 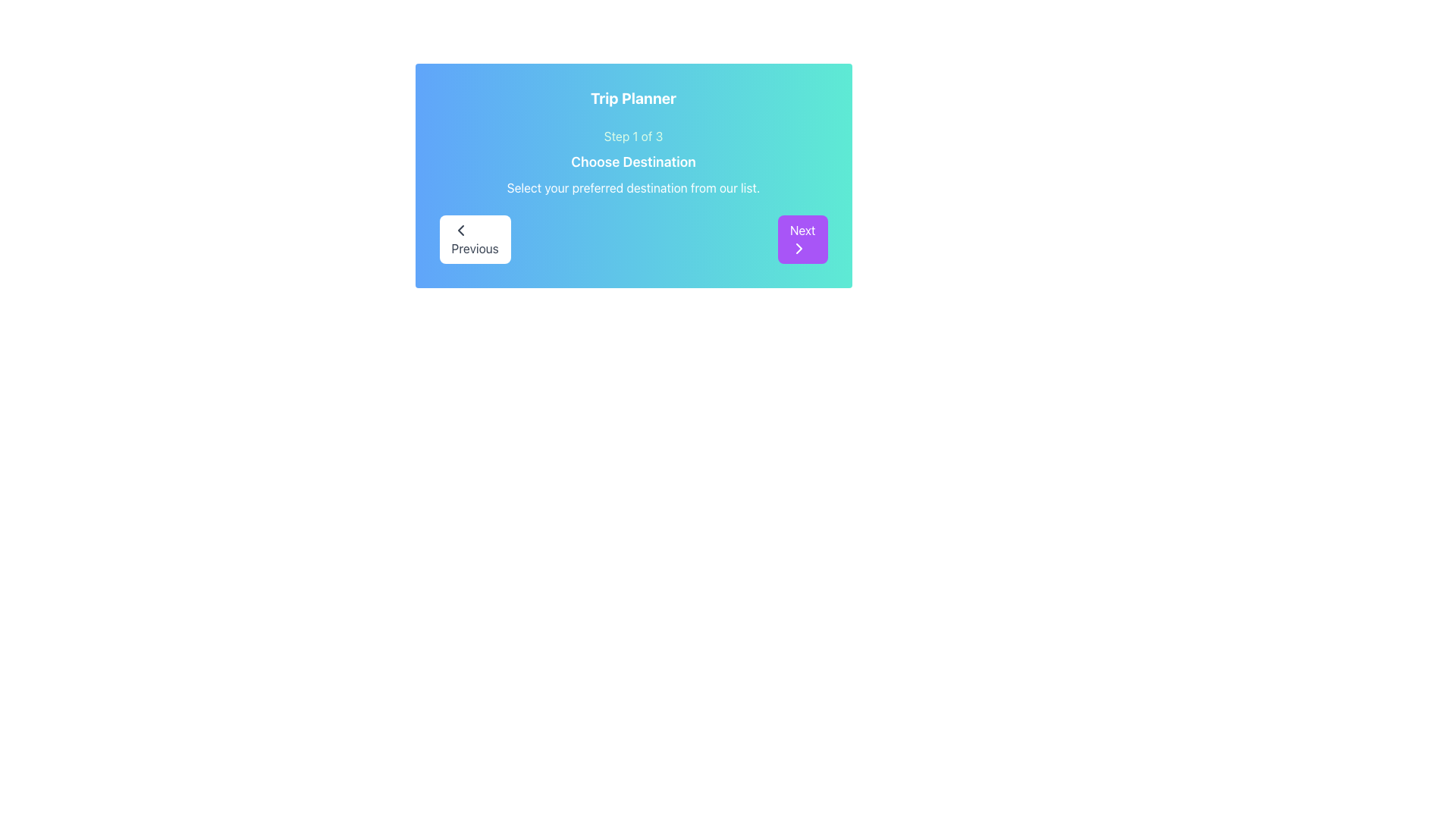 What do you see at coordinates (633, 162) in the screenshot?
I see `the header label indicating the current step in the multi-step process for choosing a destination, which is positioned below 'Step 1 of 3' and above 'Select your preferred destination from our list.'` at bounding box center [633, 162].